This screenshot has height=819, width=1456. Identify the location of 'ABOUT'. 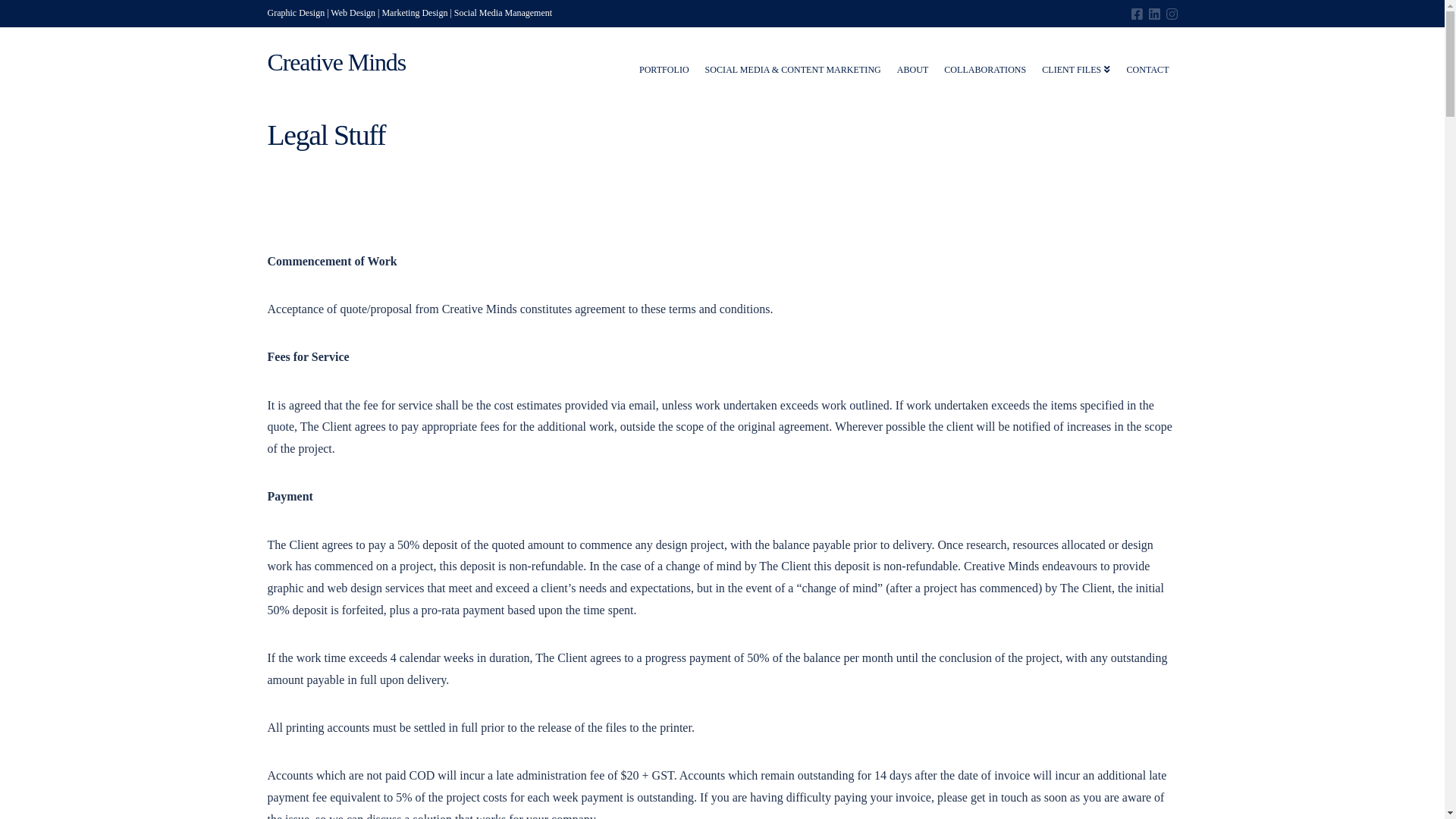
(912, 61).